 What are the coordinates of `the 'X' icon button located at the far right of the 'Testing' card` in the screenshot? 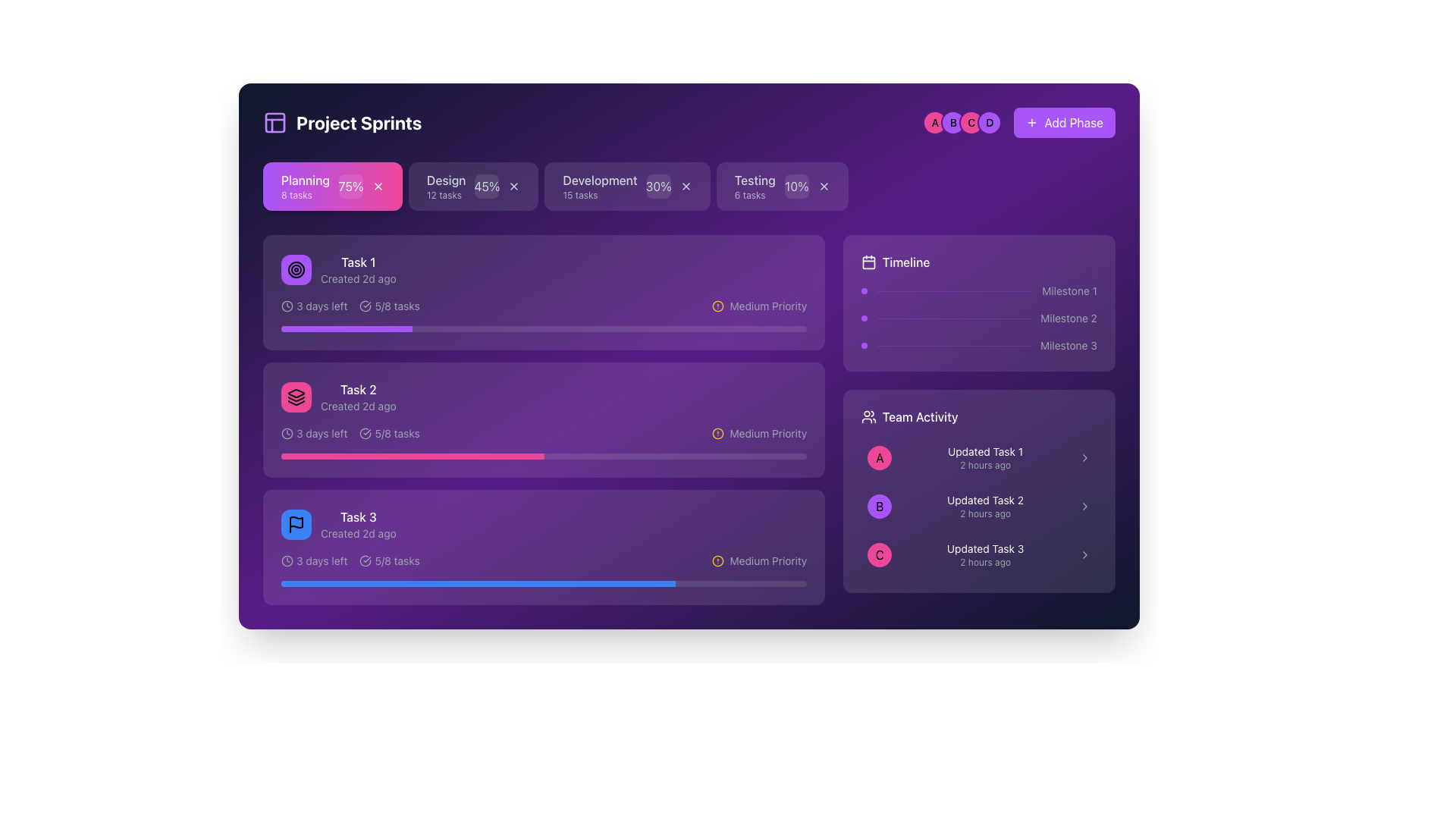 It's located at (823, 186).